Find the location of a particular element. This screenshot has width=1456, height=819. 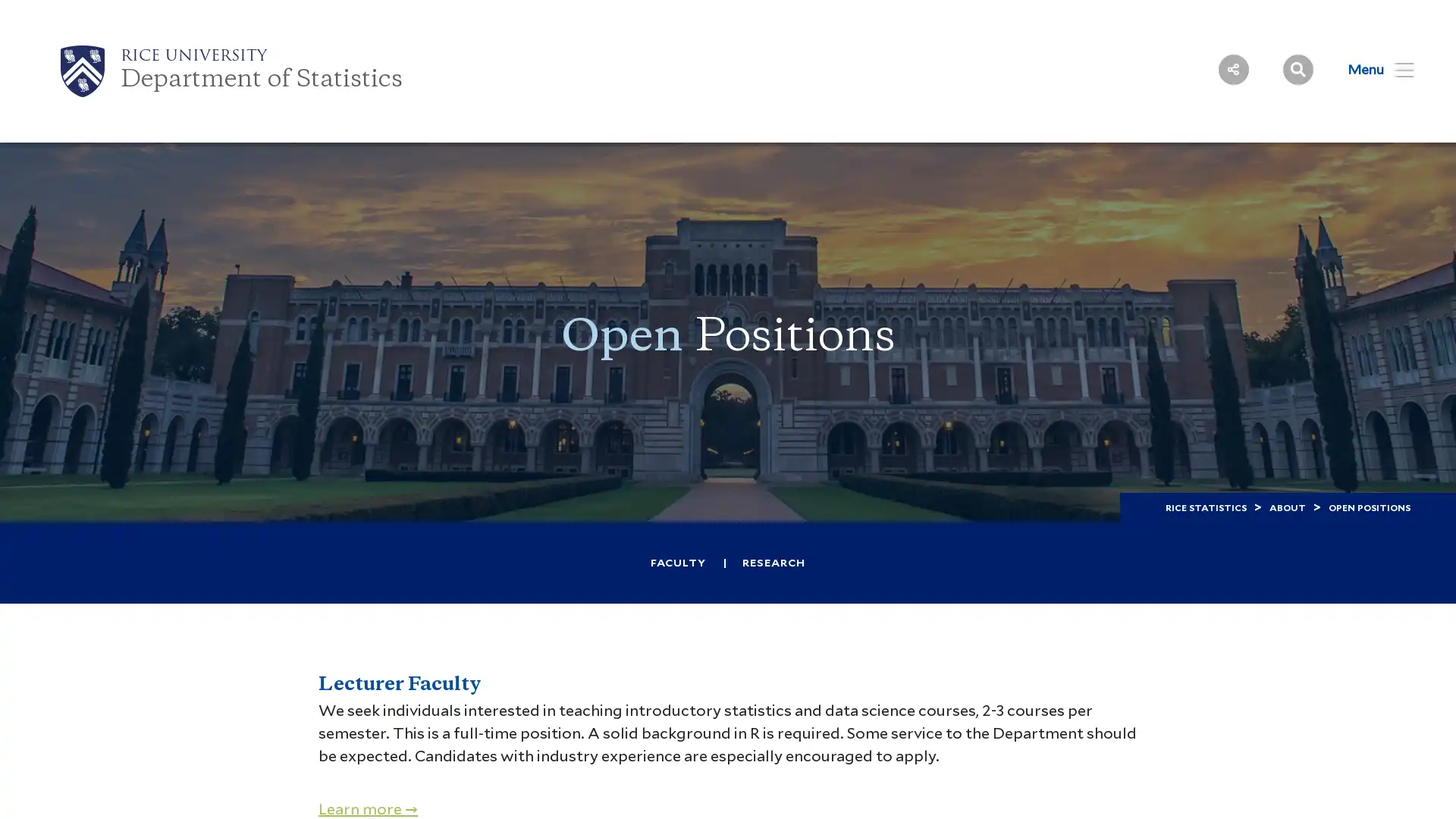

Open Menu is located at coordinates (1371, 69).